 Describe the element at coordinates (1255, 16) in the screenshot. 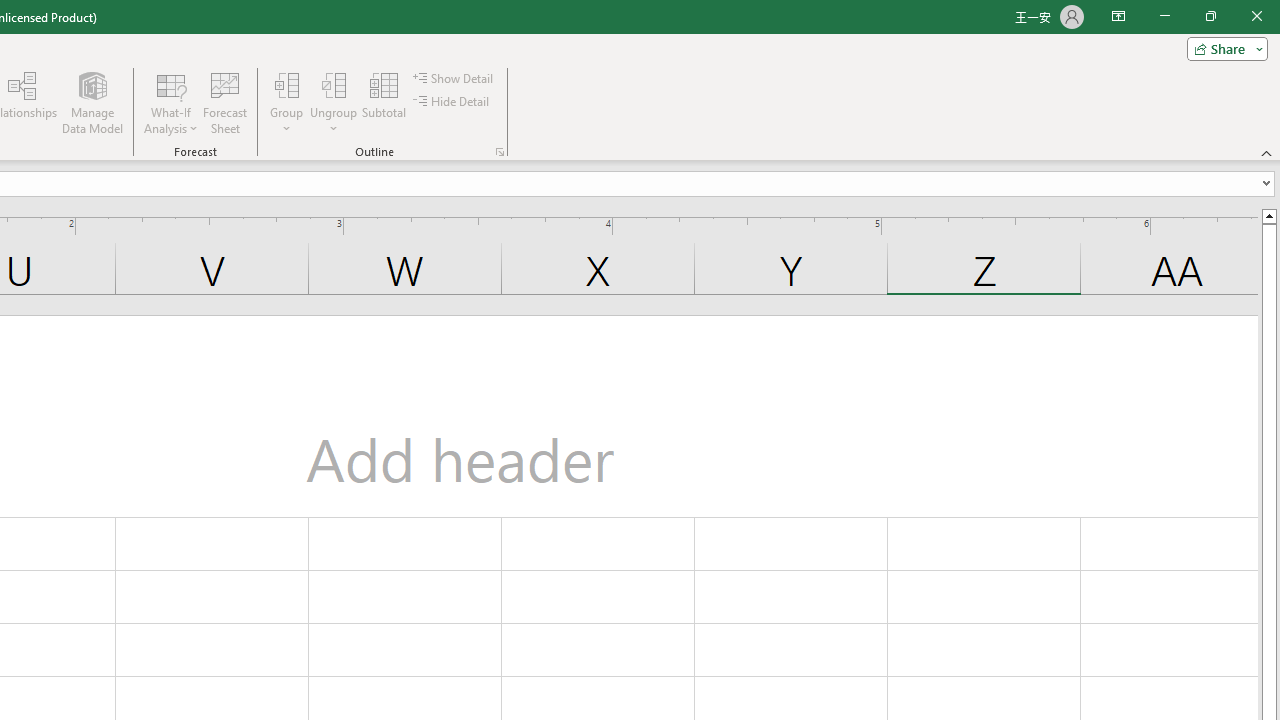

I see `'Close'` at that location.